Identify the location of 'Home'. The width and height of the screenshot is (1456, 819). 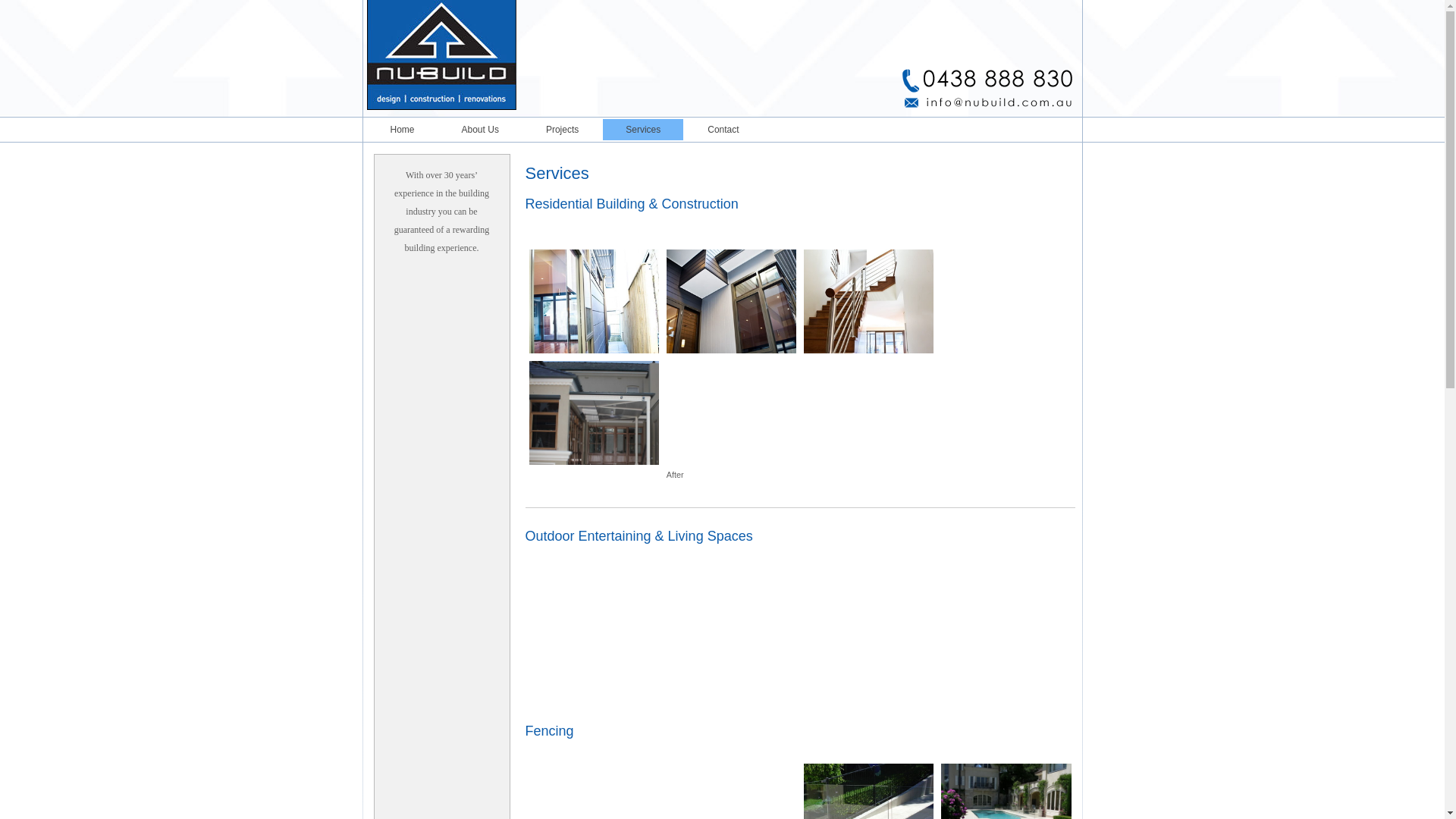
(367, 128).